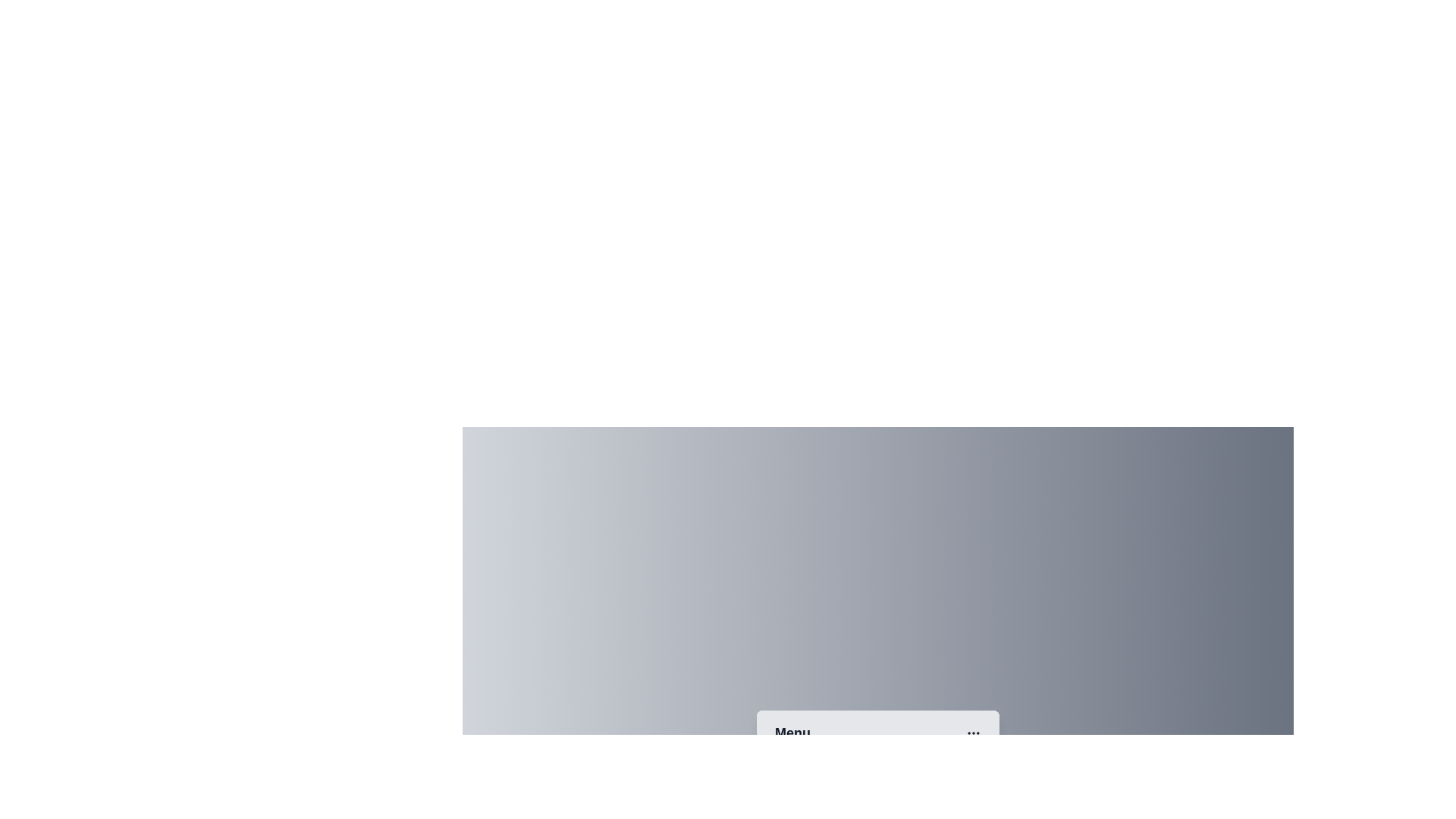 The width and height of the screenshot is (1456, 819). Describe the element at coordinates (877, 733) in the screenshot. I see `the 'Menu' button to toggle the menu open or closed` at that location.